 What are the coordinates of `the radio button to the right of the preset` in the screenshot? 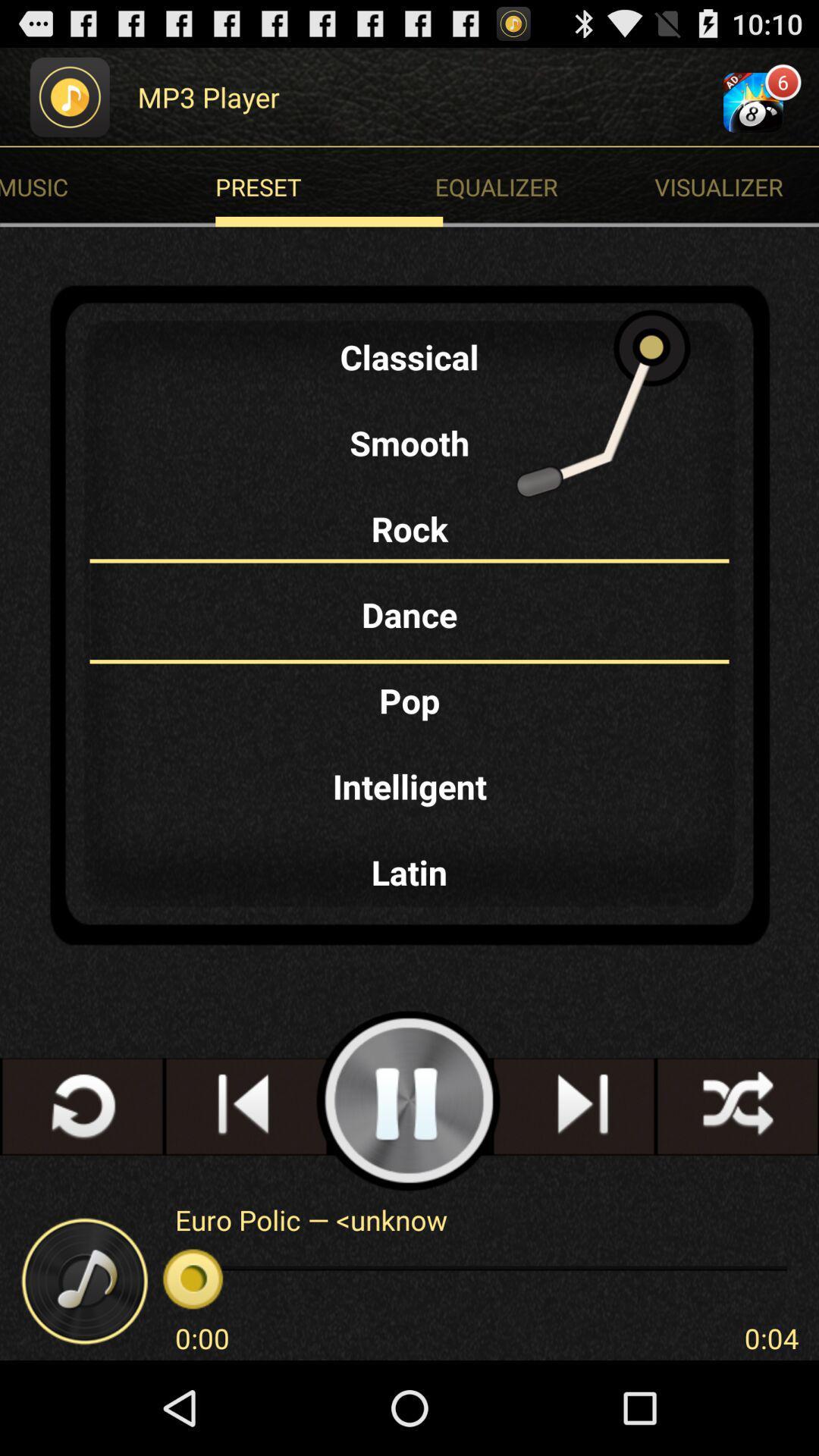 It's located at (736, 186).